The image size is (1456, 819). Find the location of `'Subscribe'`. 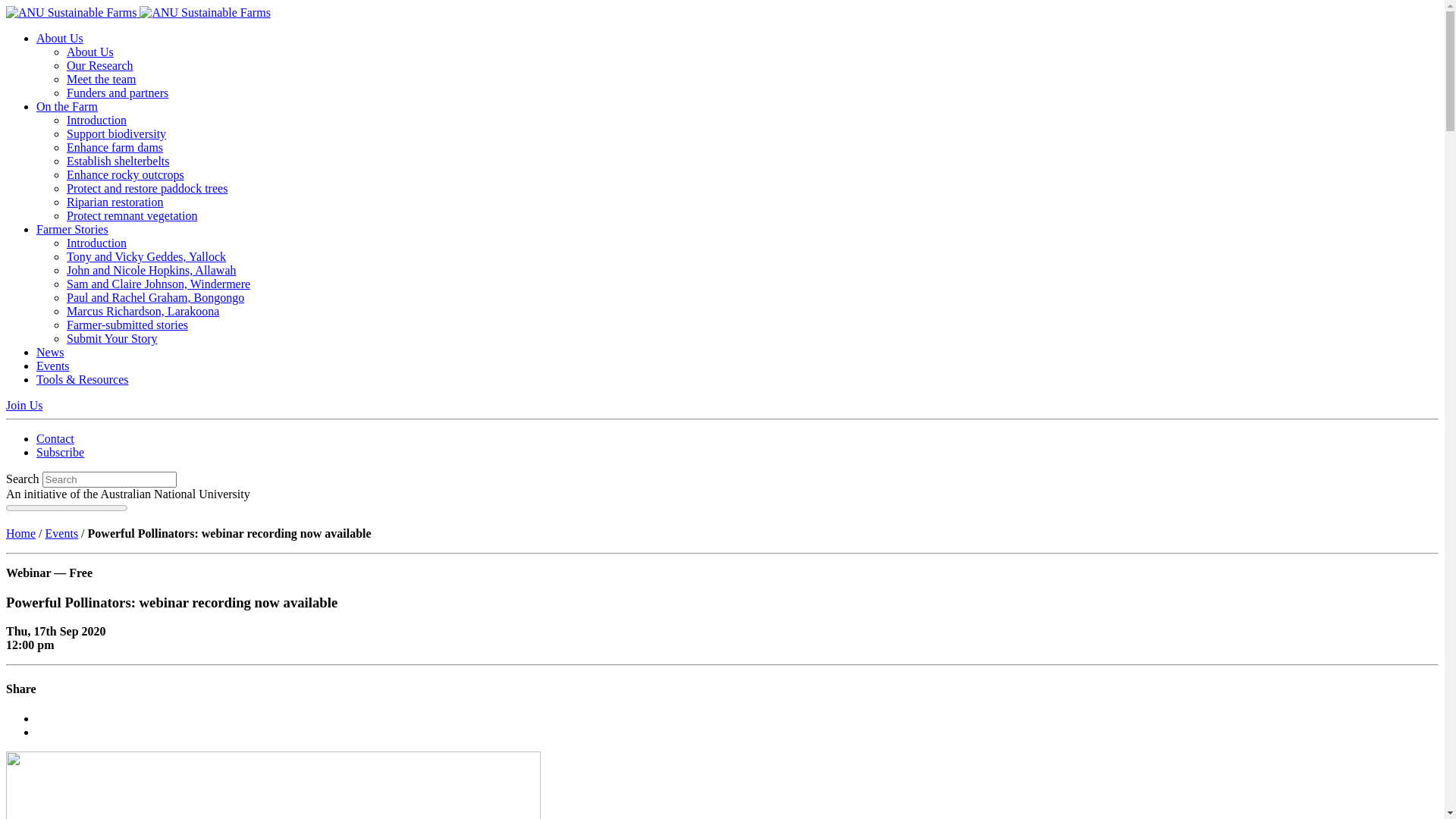

'Subscribe' is located at coordinates (36, 451).